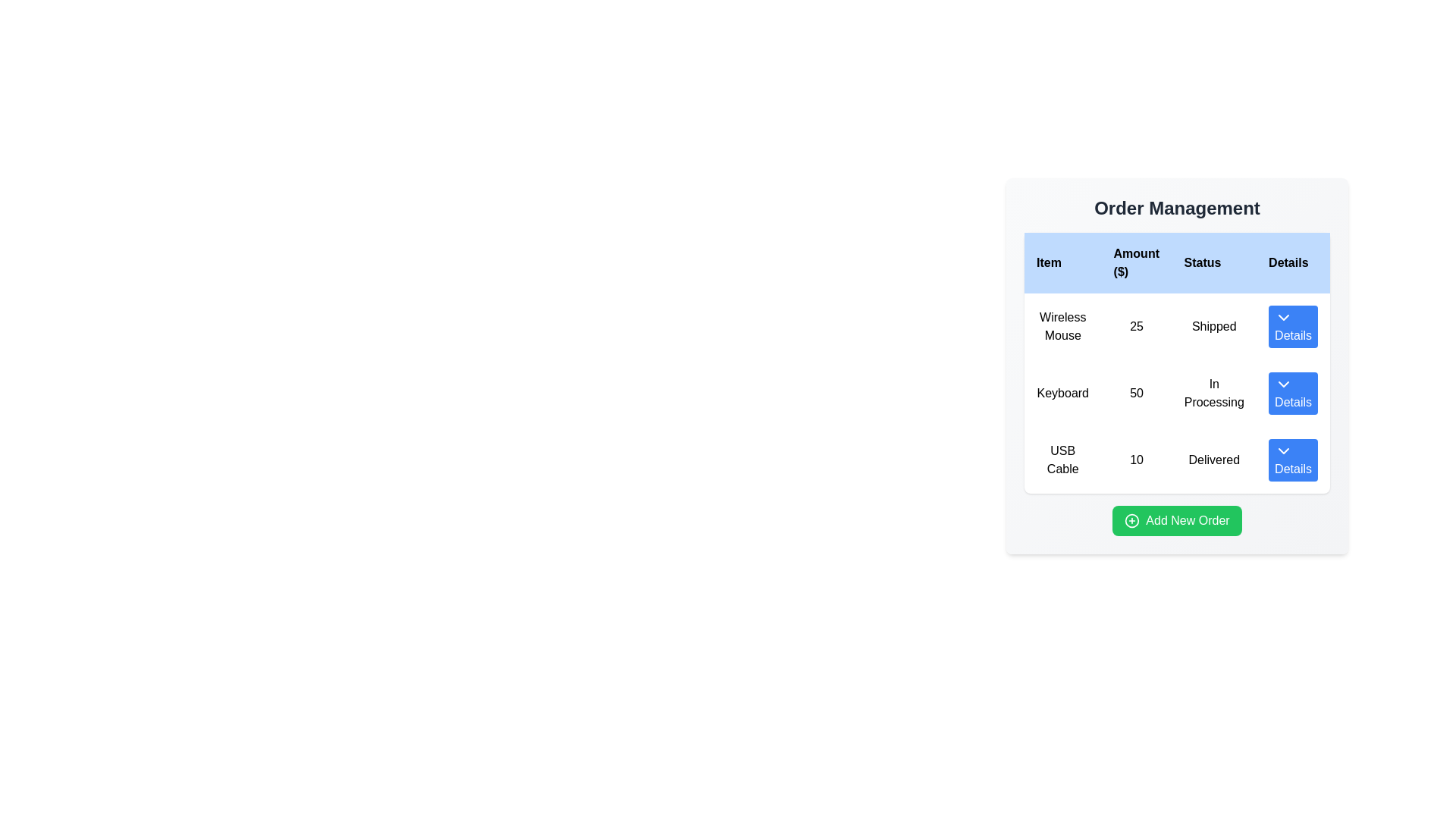  I want to click on text contents of the second row in the table under 'Order Management', which includes 'Keyboard', '50', and 'In Processing', so click(1176, 393).